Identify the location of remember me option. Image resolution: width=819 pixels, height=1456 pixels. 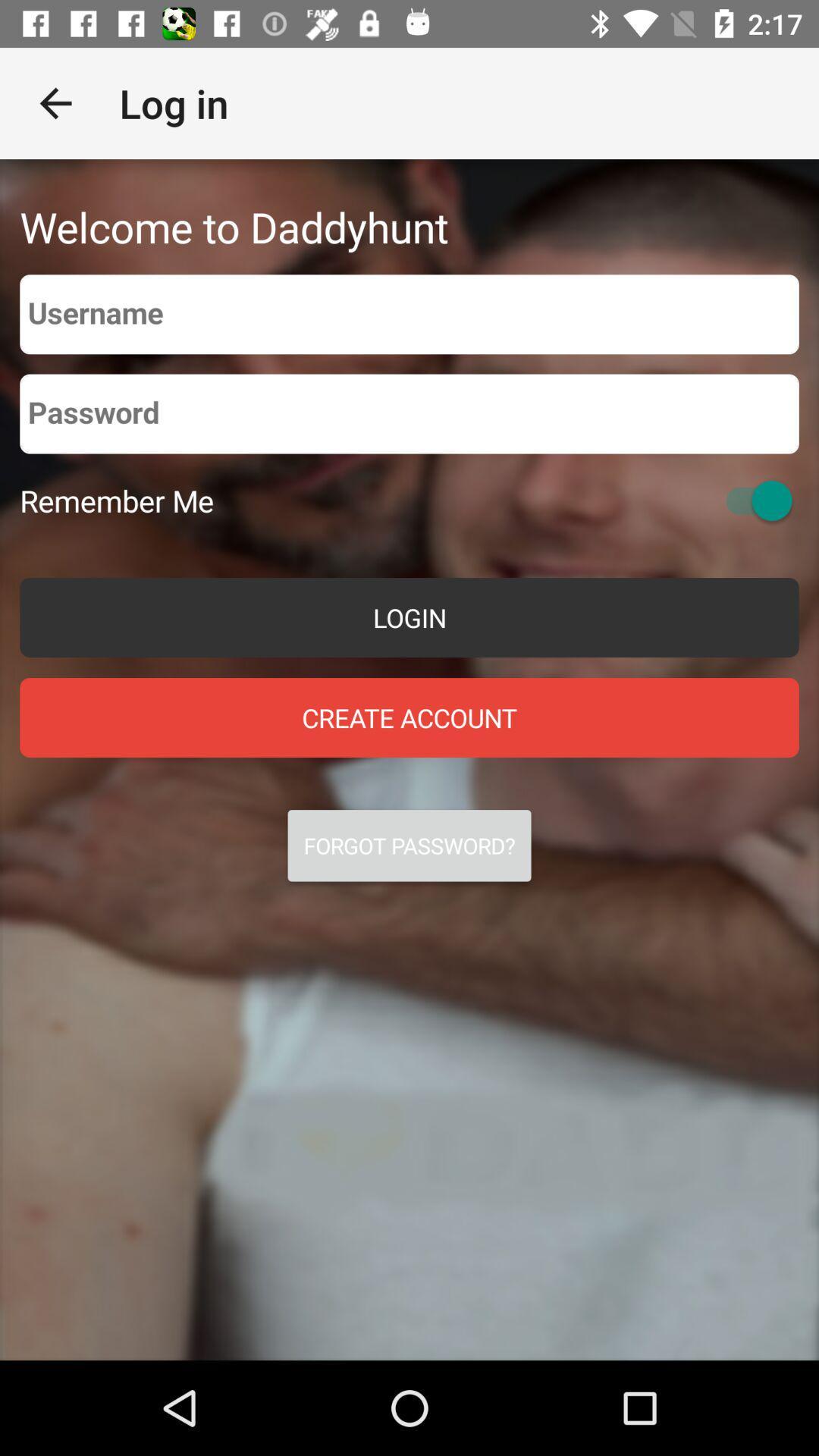
(752, 500).